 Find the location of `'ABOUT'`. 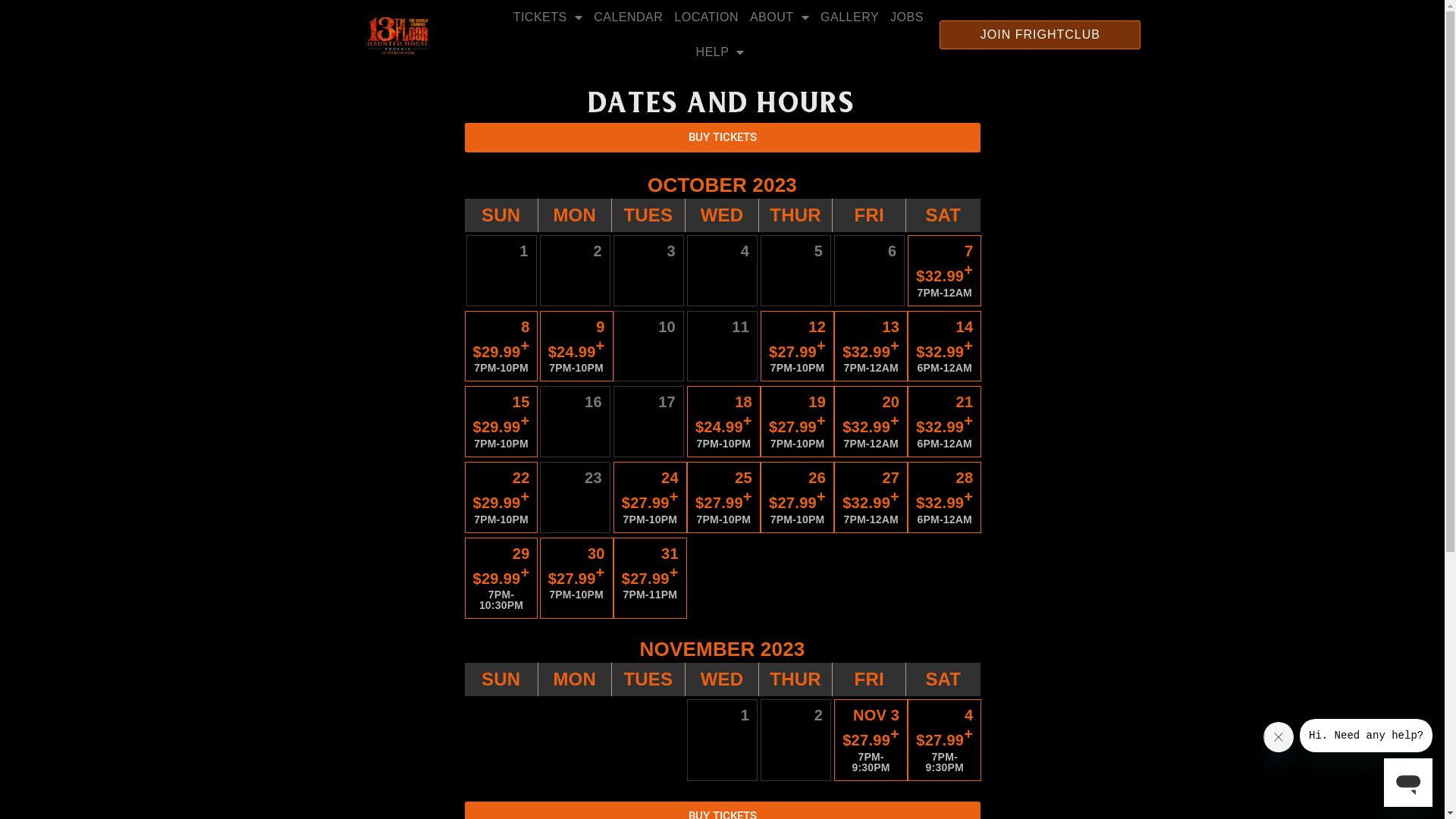

'ABOUT' is located at coordinates (745, 17).